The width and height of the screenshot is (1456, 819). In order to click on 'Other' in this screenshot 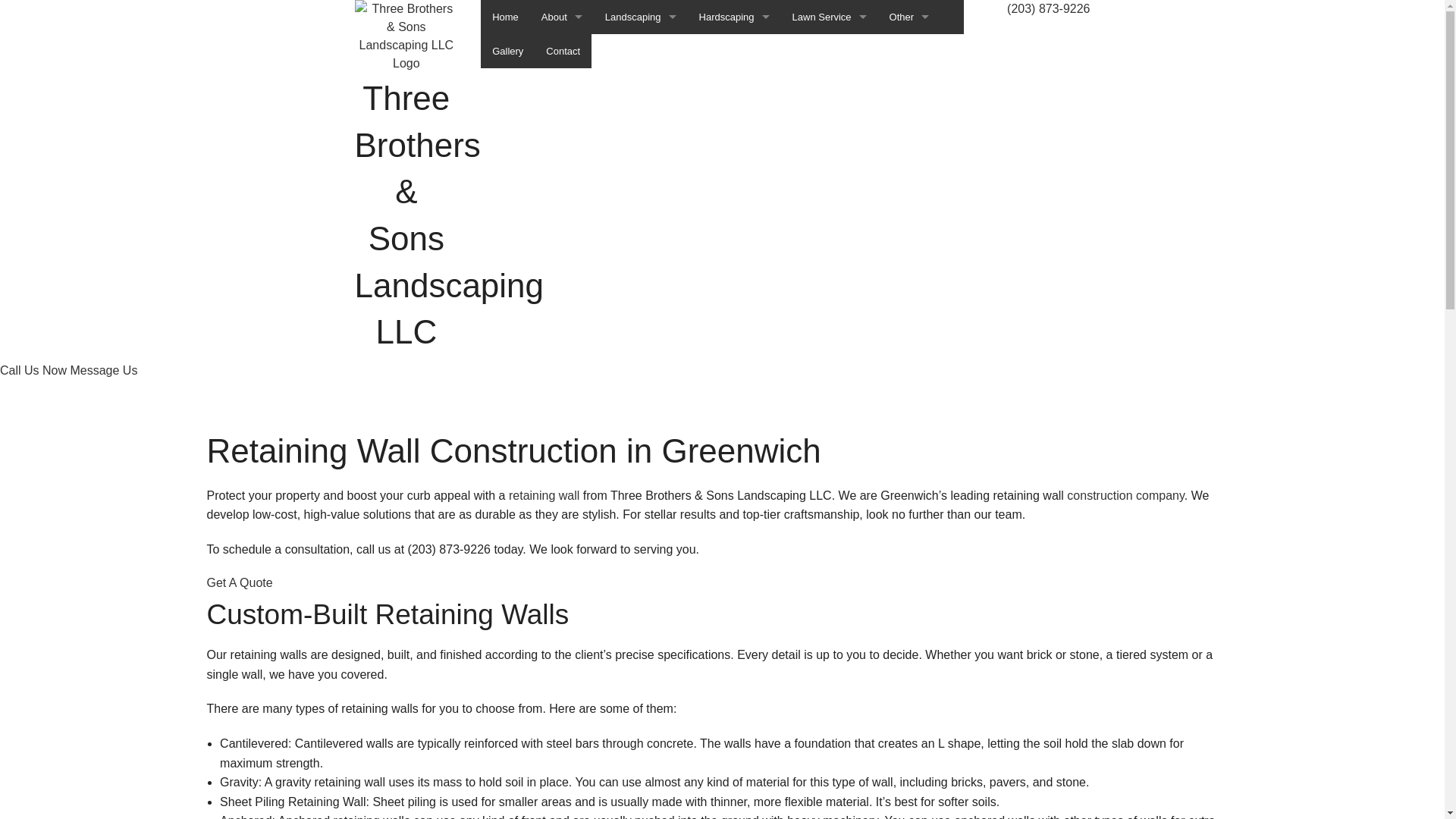, I will do `click(909, 17)`.